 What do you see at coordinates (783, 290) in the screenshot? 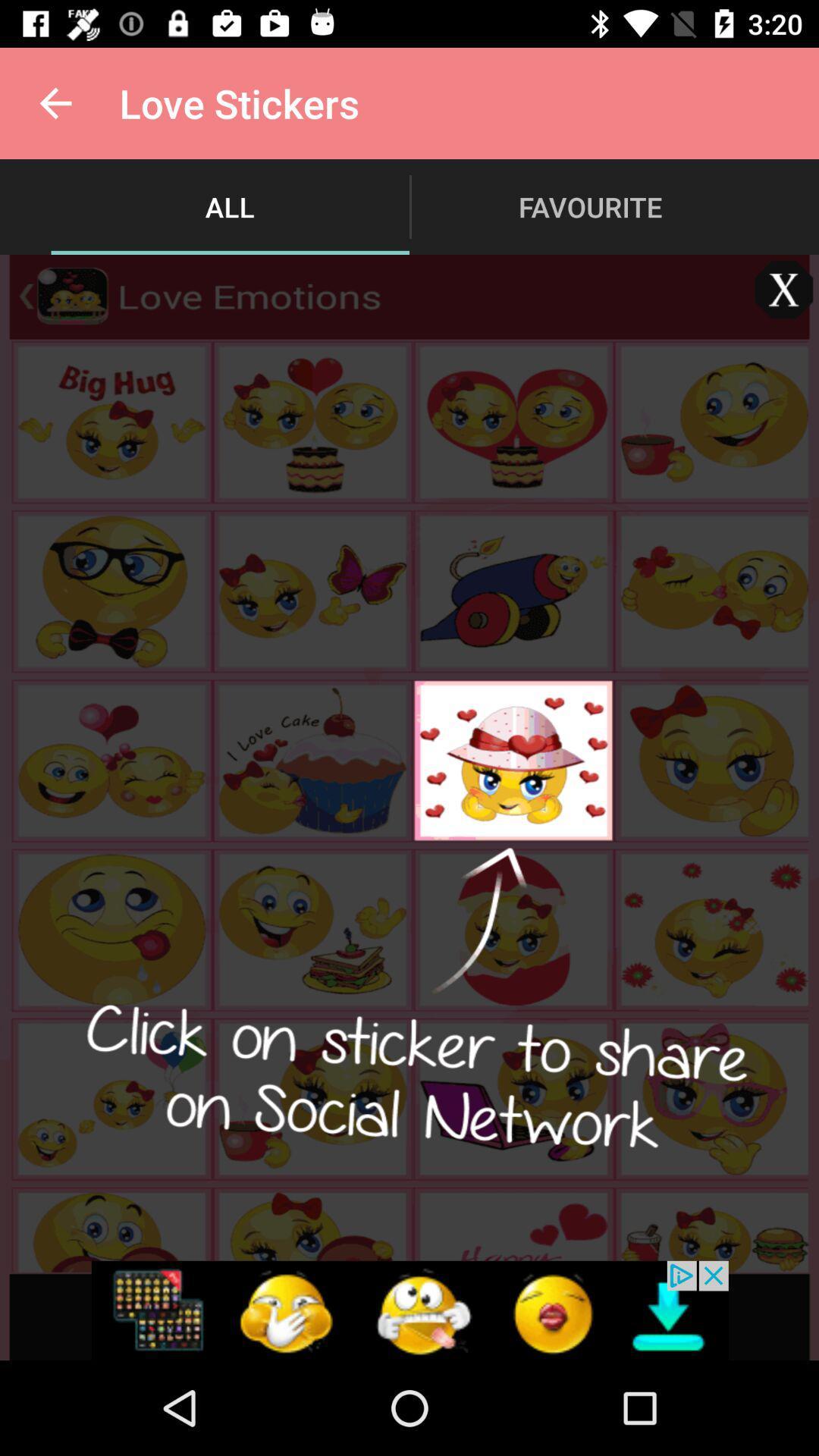
I see `the close icon` at bounding box center [783, 290].